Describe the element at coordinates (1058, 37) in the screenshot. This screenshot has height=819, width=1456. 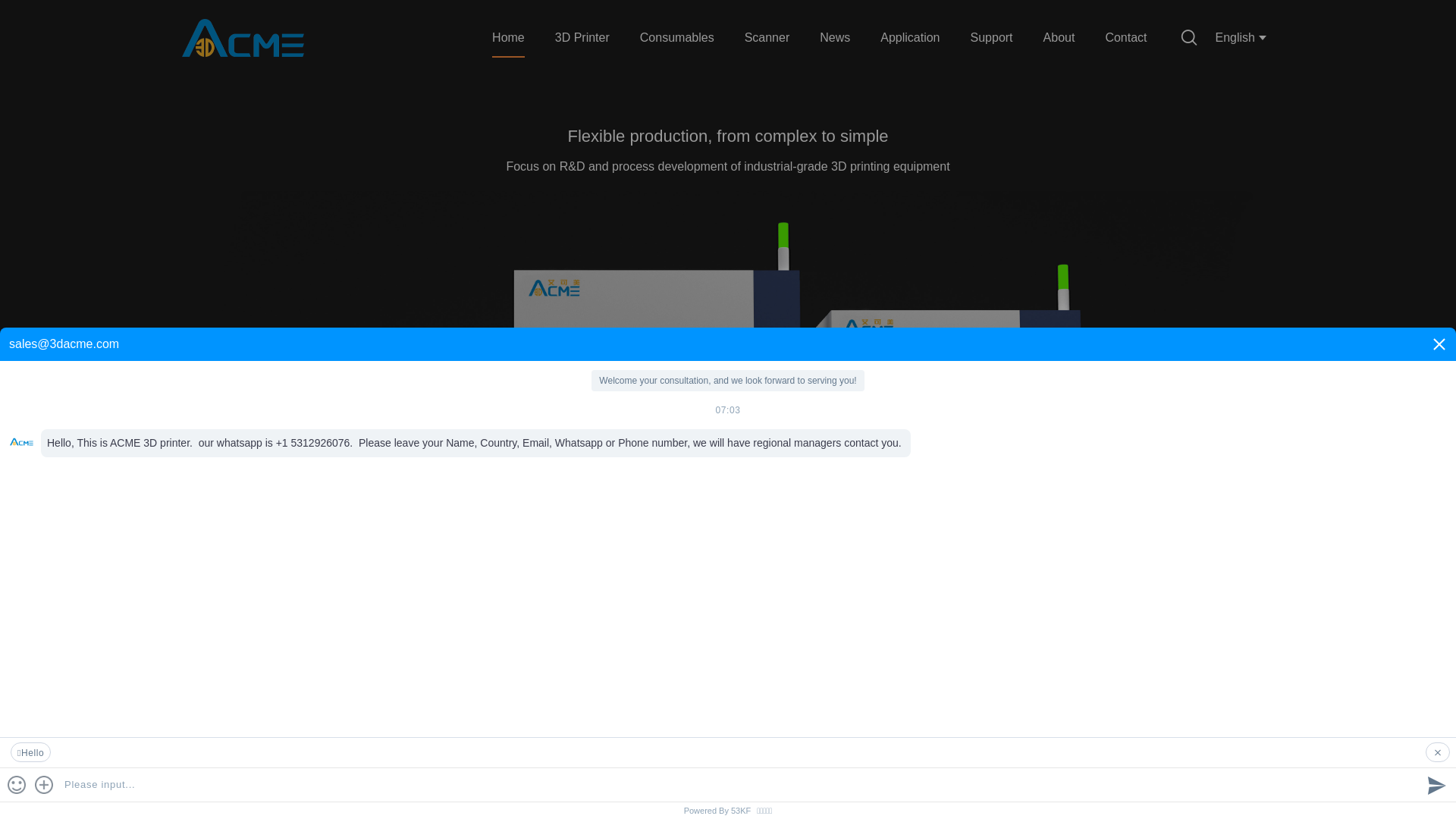
I see `'About'` at that location.